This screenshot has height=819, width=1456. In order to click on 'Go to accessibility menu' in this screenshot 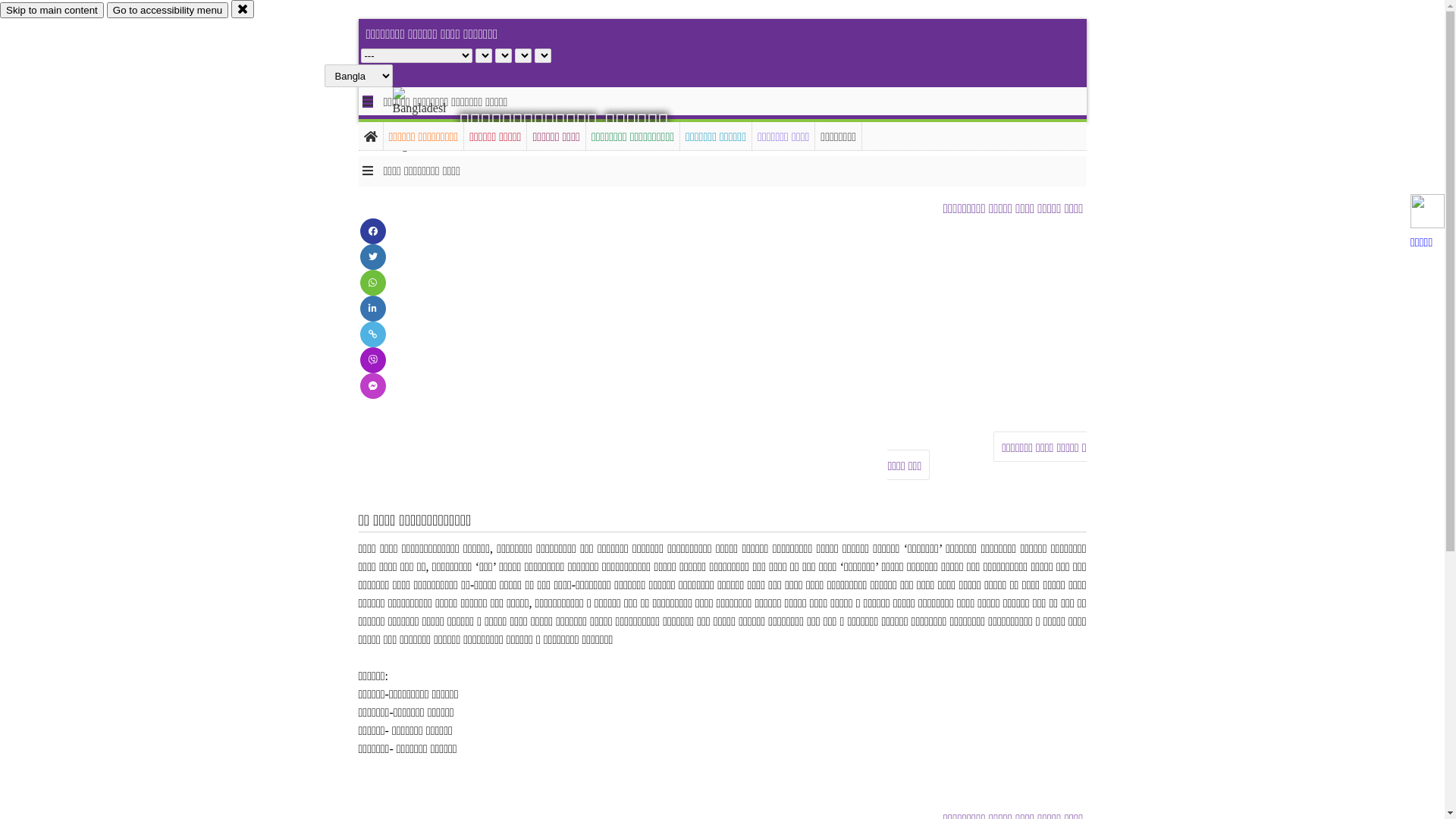, I will do `click(167, 10)`.